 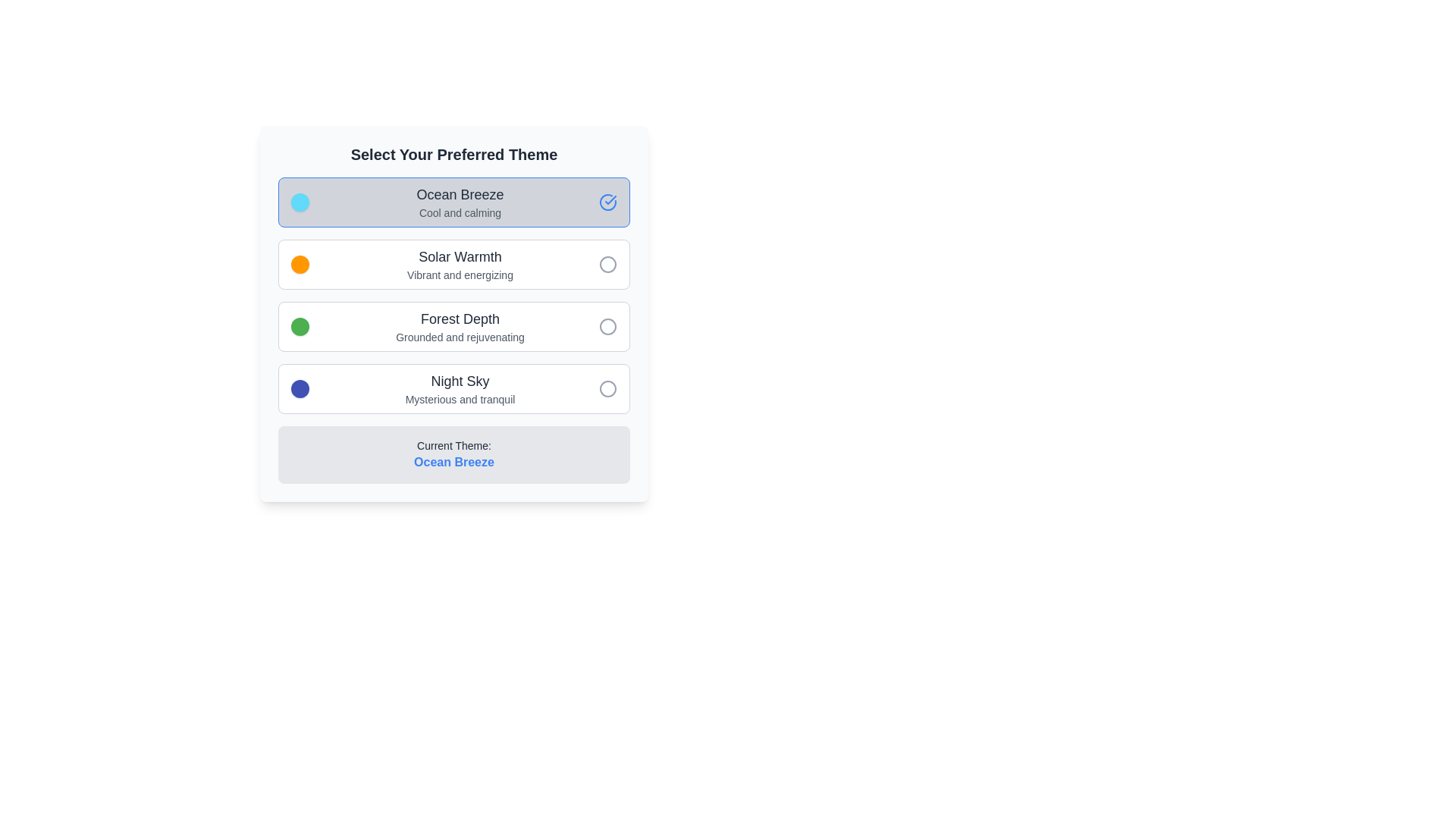 What do you see at coordinates (459, 399) in the screenshot?
I see `the descriptive Text label for the 'Night Sky' theme, which is located below the main title in the fourth list item of the theme selection dialog` at bounding box center [459, 399].